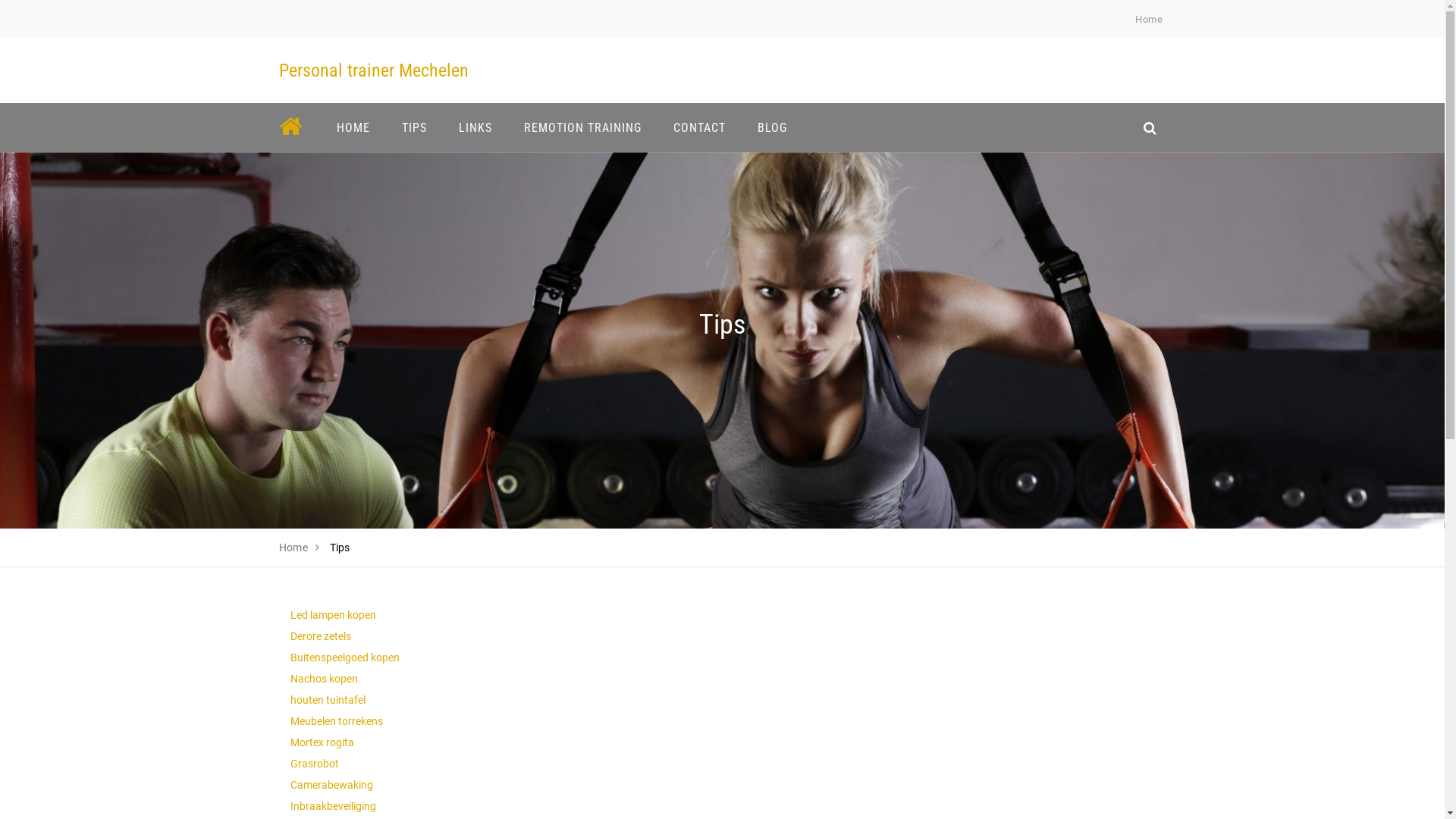 This screenshot has width=1456, height=819. What do you see at coordinates (290, 699) in the screenshot?
I see `'houten tuintafel'` at bounding box center [290, 699].